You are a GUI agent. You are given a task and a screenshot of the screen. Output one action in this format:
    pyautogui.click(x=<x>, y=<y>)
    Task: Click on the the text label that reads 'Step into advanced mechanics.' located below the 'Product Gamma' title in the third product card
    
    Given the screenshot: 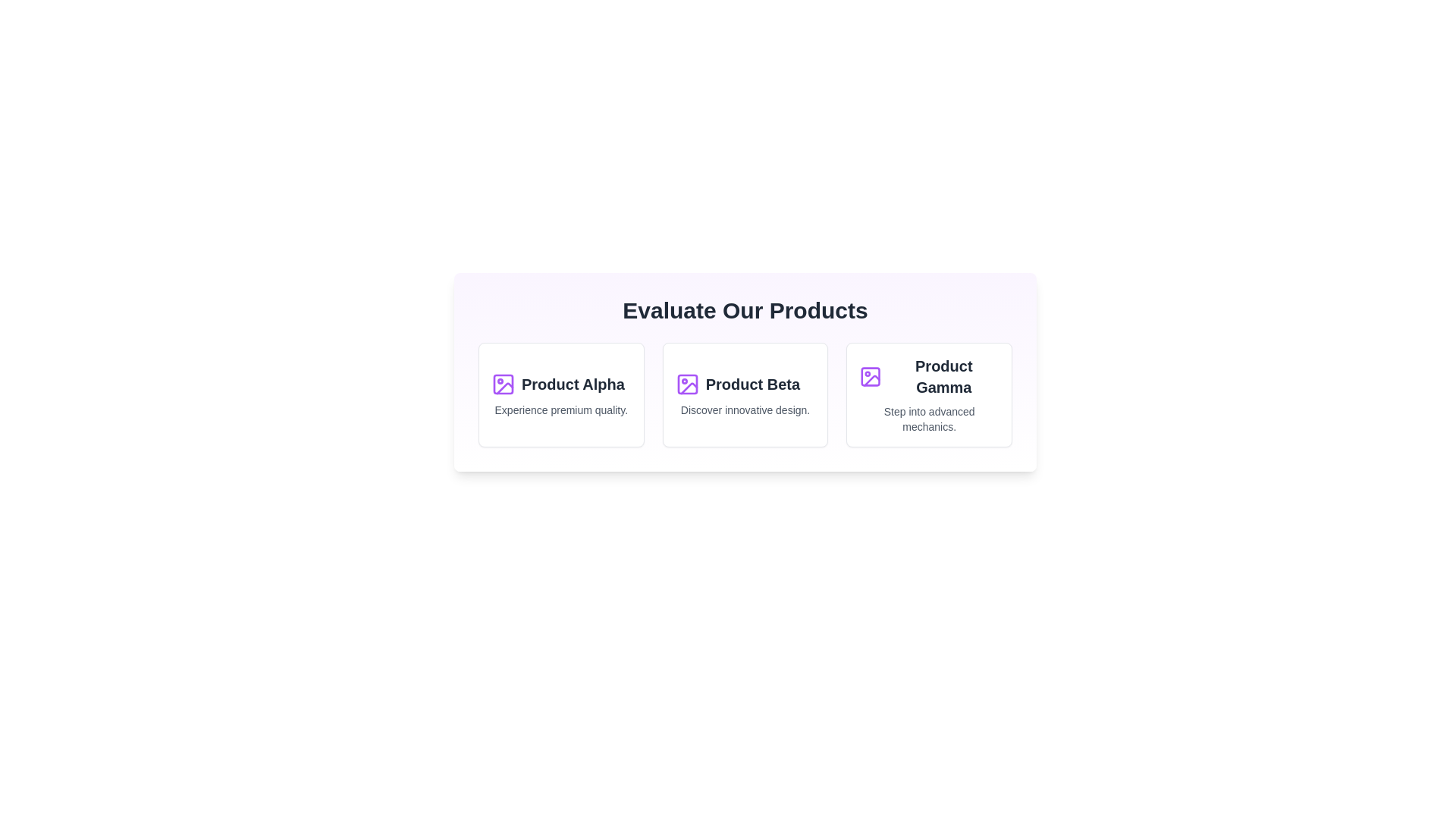 What is the action you would take?
    pyautogui.click(x=928, y=419)
    